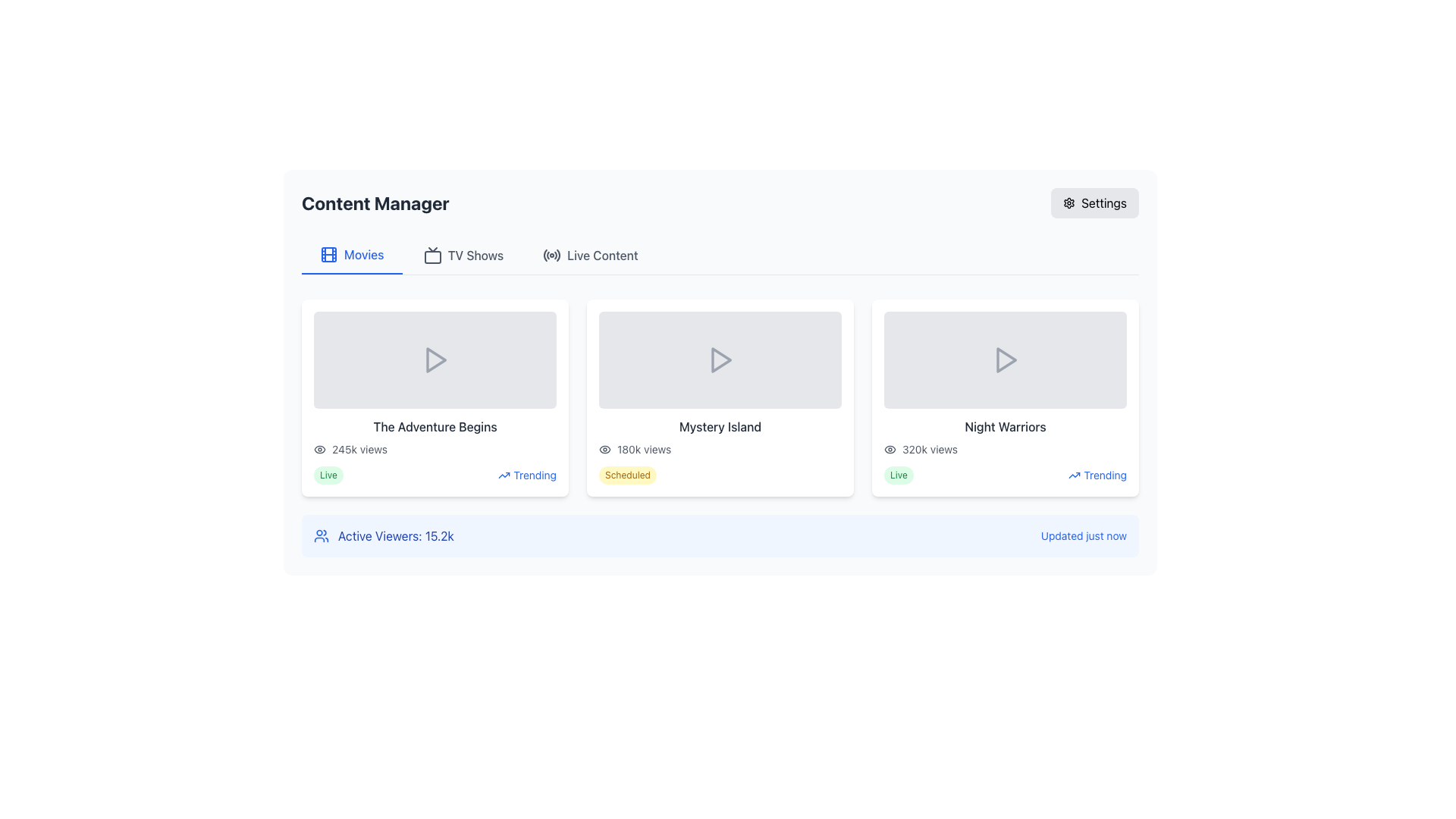  What do you see at coordinates (351, 254) in the screenshot?
I see `the 'Movies' button in the navigation row located below the 'Content Manager' heading` at bounding box center [351, 254].